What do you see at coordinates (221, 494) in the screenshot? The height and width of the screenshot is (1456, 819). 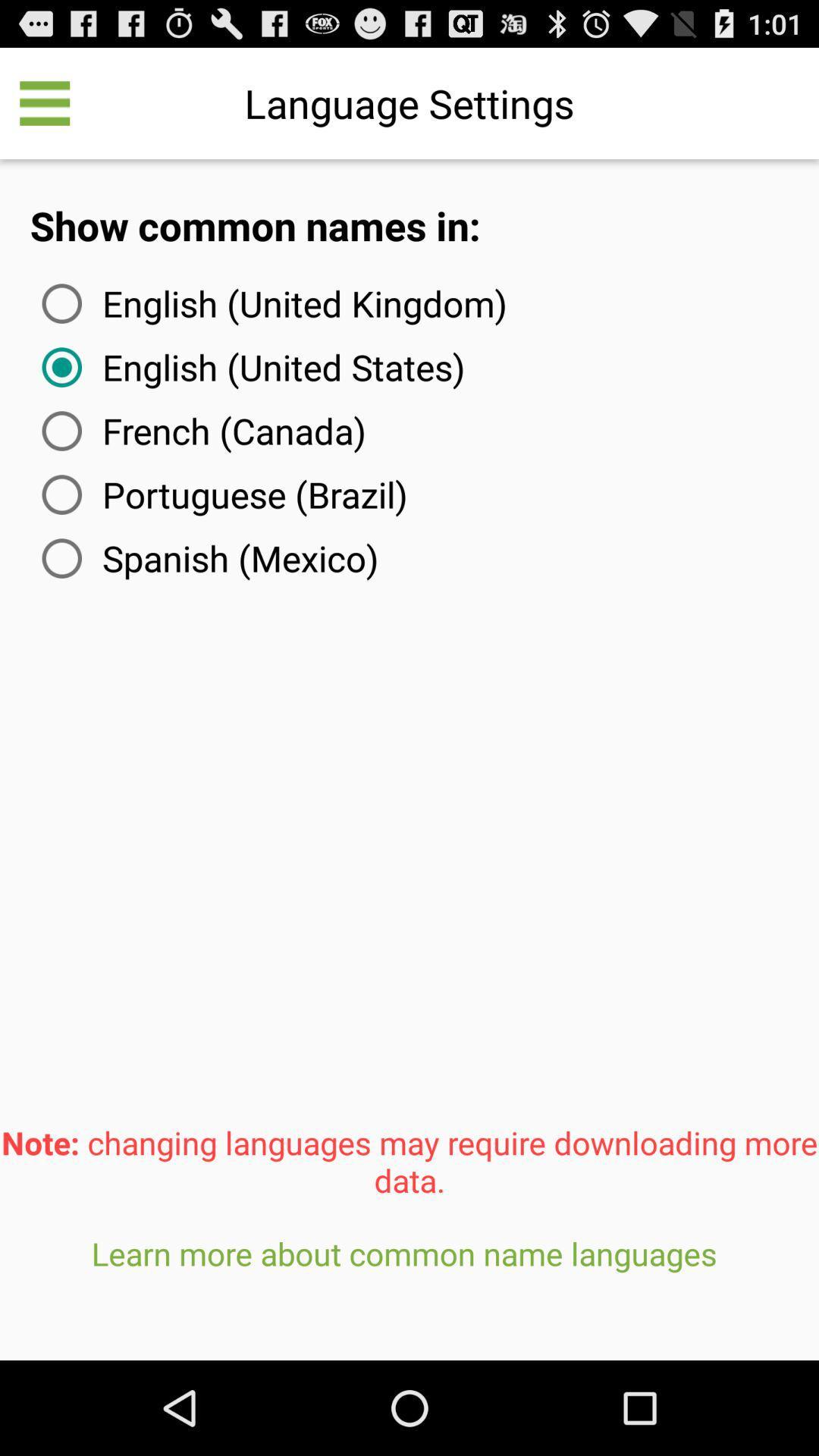 I see `item below french (canada) icon` at bounding box center [221, 494].